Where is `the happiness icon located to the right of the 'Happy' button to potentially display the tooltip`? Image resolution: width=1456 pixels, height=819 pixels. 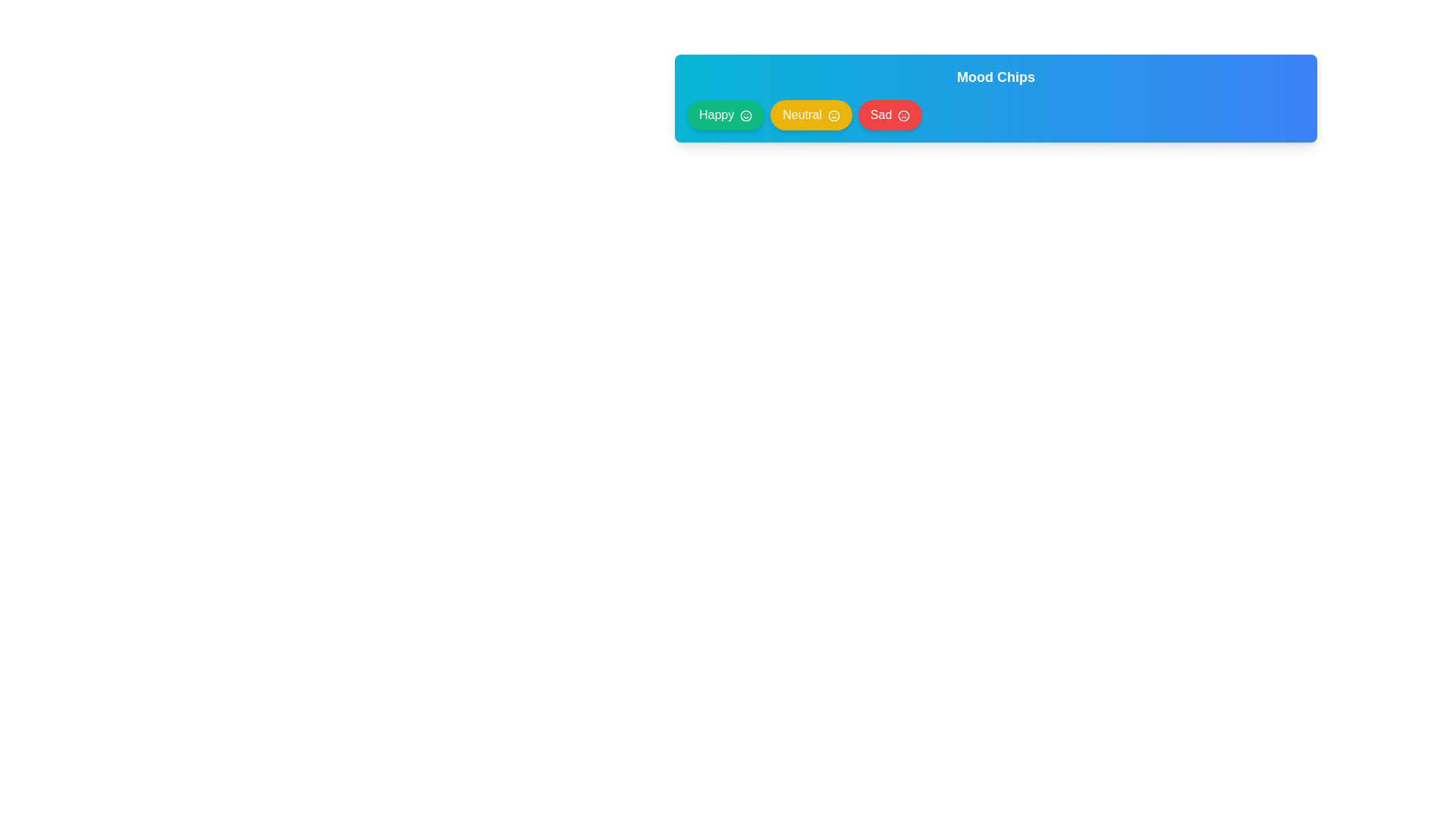
the happiness icon located to the right of the 'Happy' button to potentially display the tooltip is located at coordinates (746, 115).